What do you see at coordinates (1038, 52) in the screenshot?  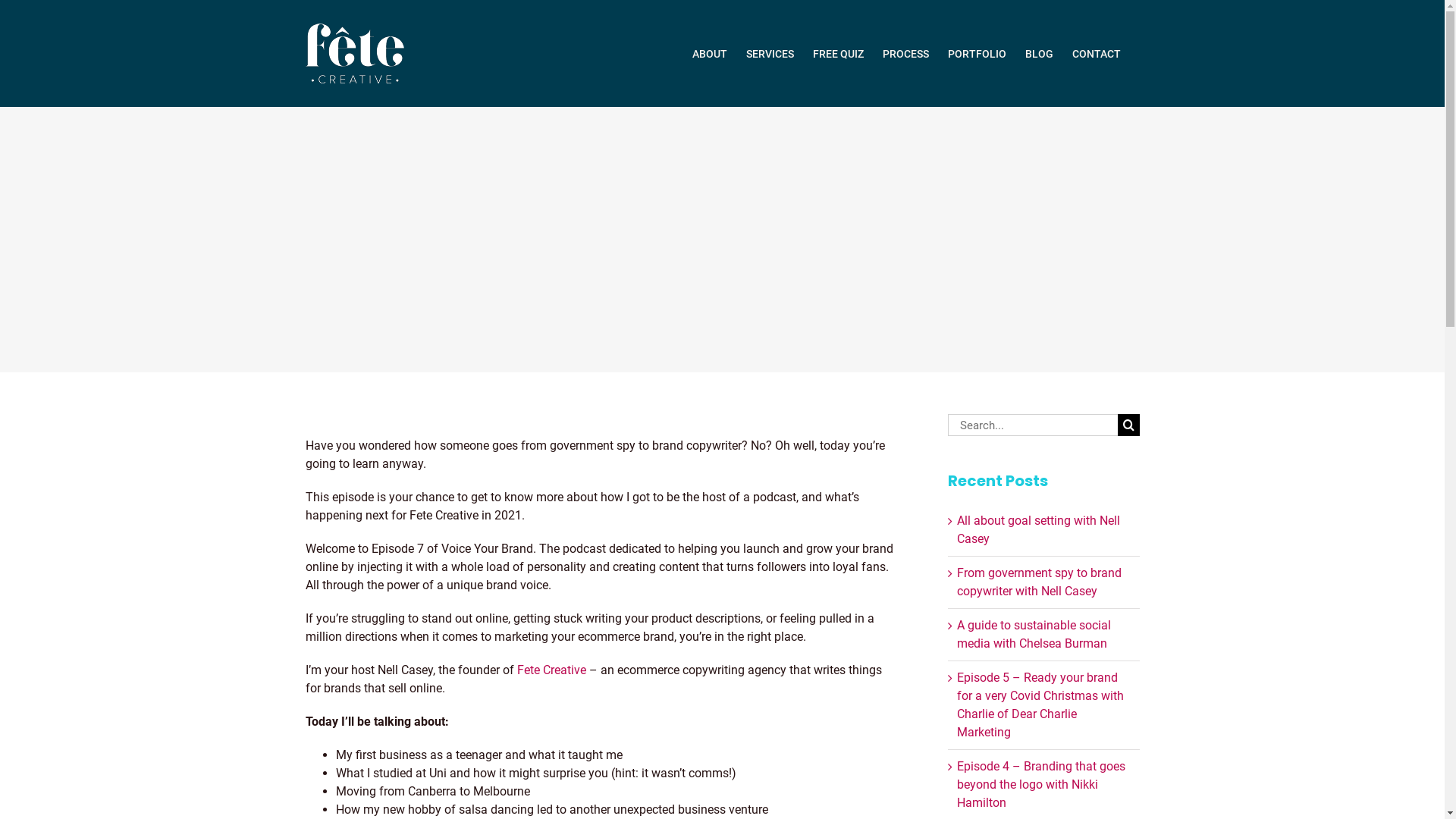 I see `'BLOG'` at bounding box center [1038, 52].